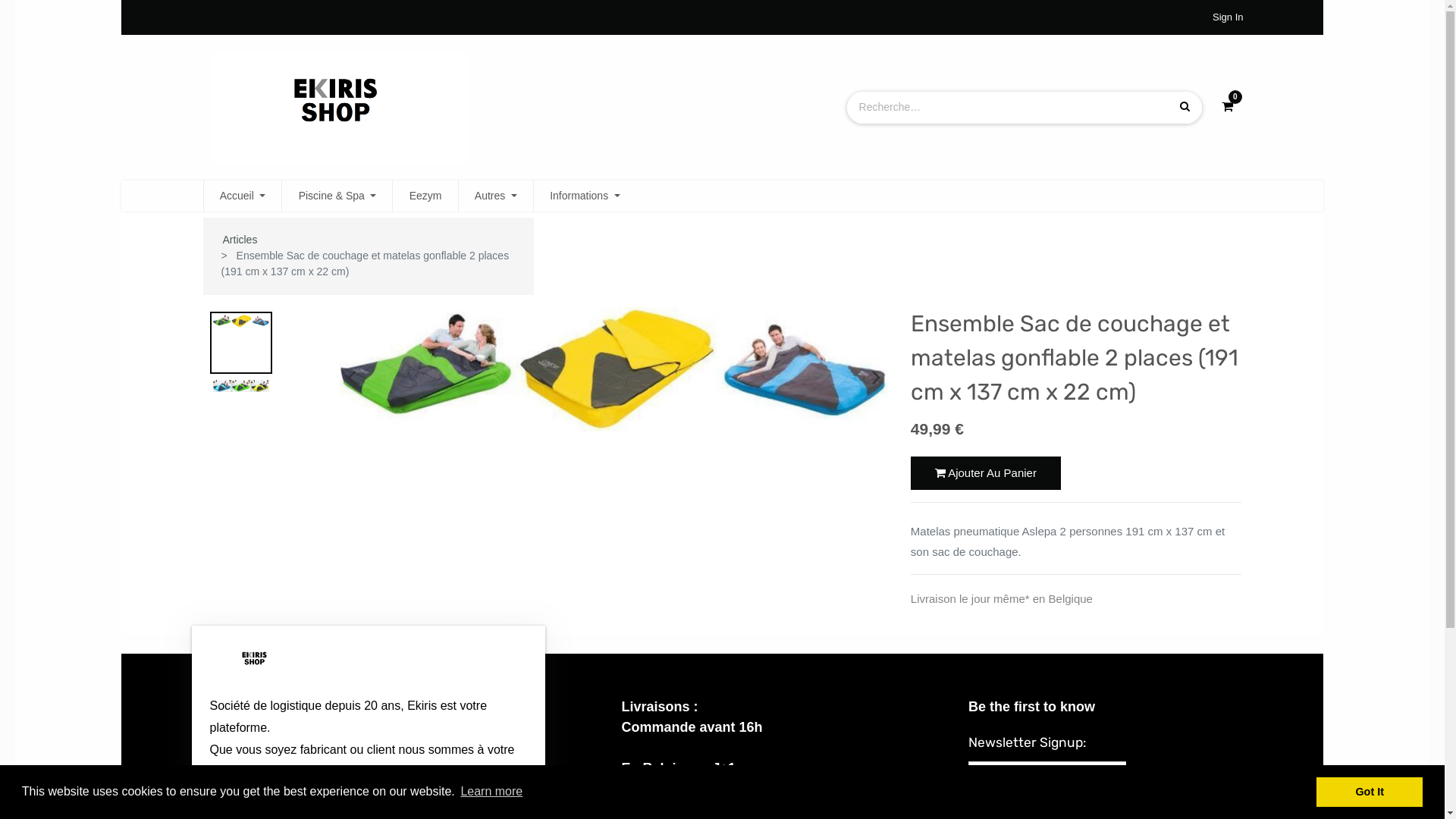  Describe the element at coordinates (239, 239) in the screenshot. I see `'Articles'` at that location.